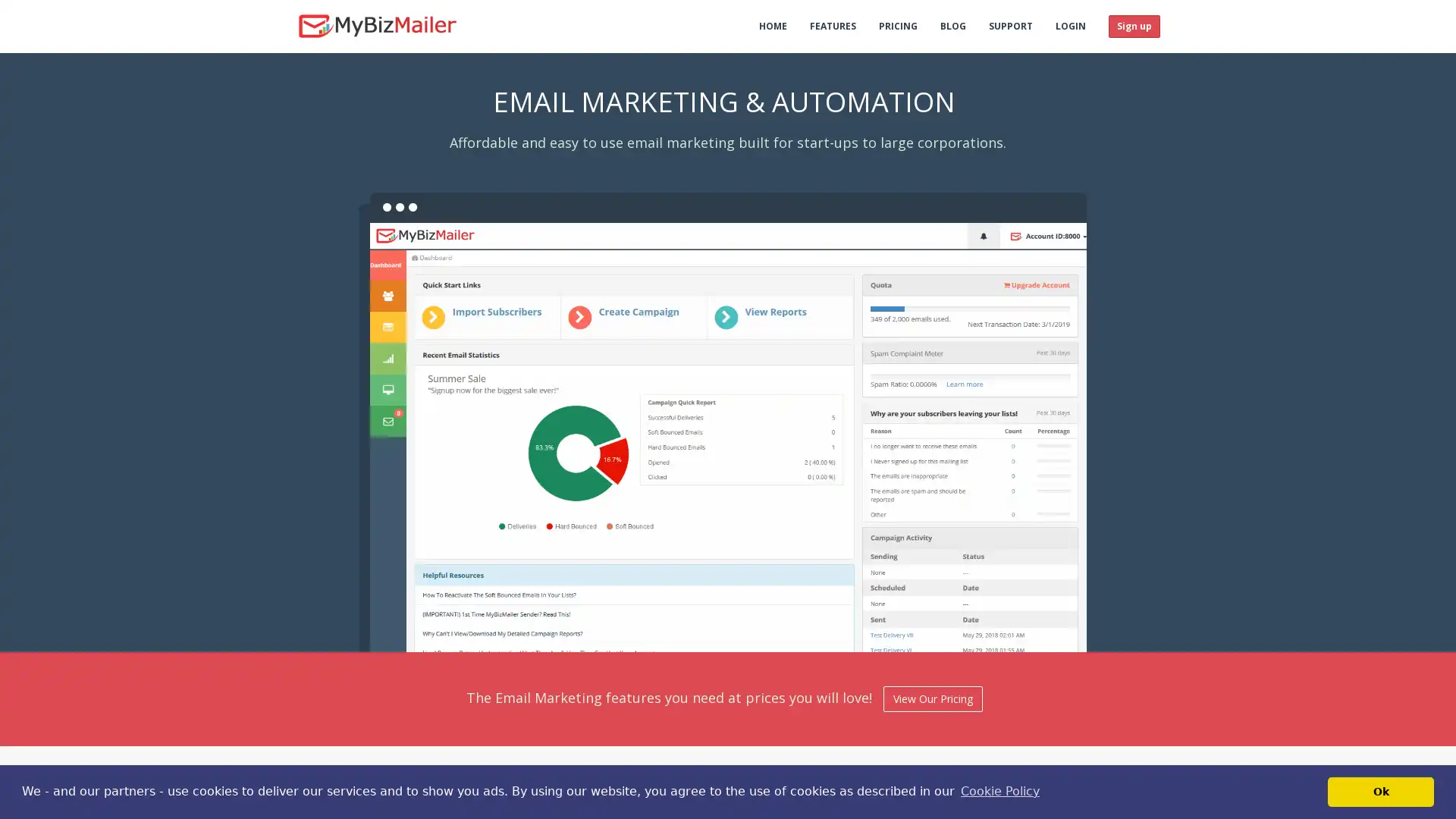  I want to click on learn more about cookies, so click(999, 791).